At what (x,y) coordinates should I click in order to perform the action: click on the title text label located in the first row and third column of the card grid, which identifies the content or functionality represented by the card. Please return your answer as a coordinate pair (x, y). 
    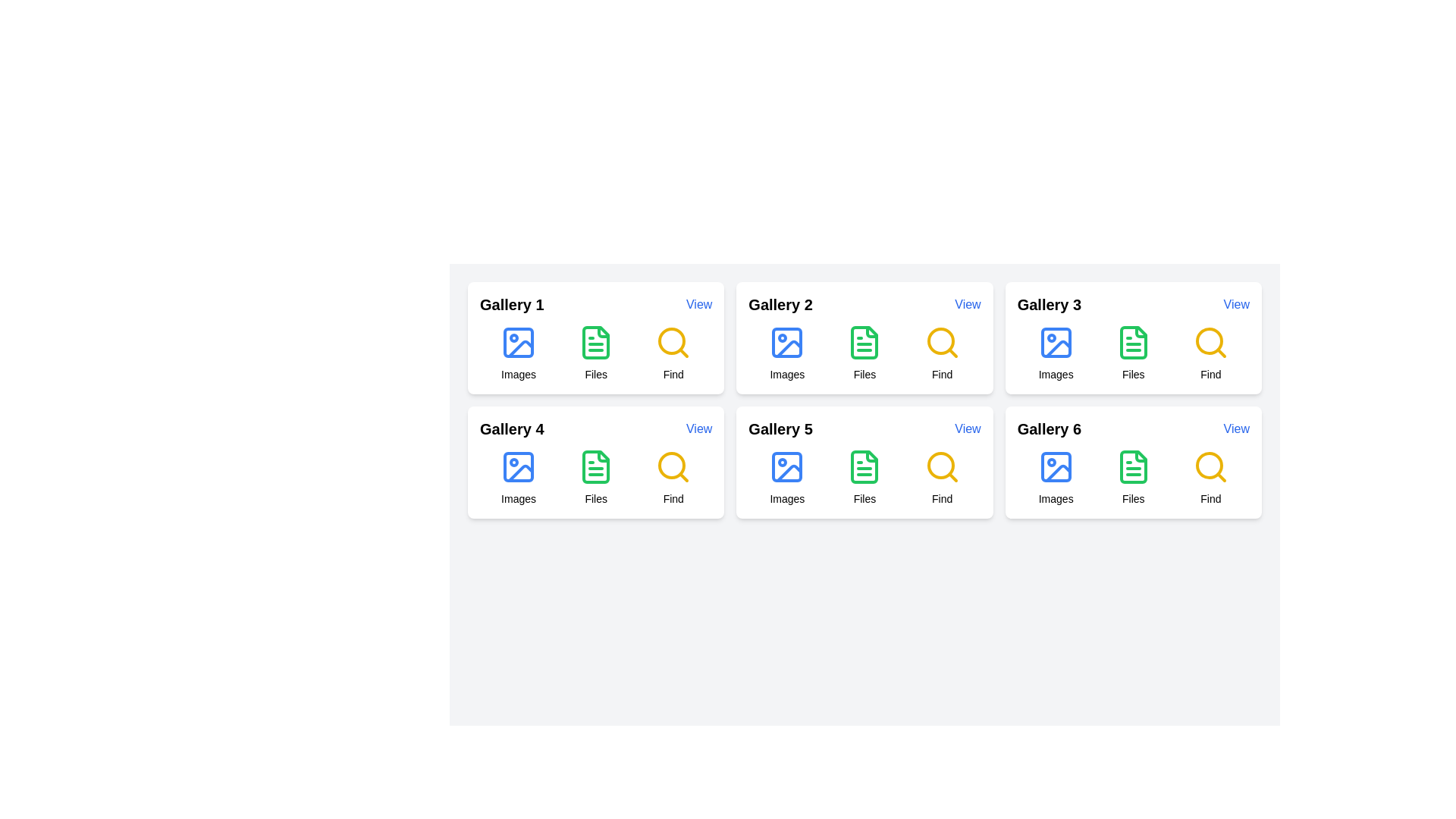
    Looking at the image, I should click on (1048, 304).